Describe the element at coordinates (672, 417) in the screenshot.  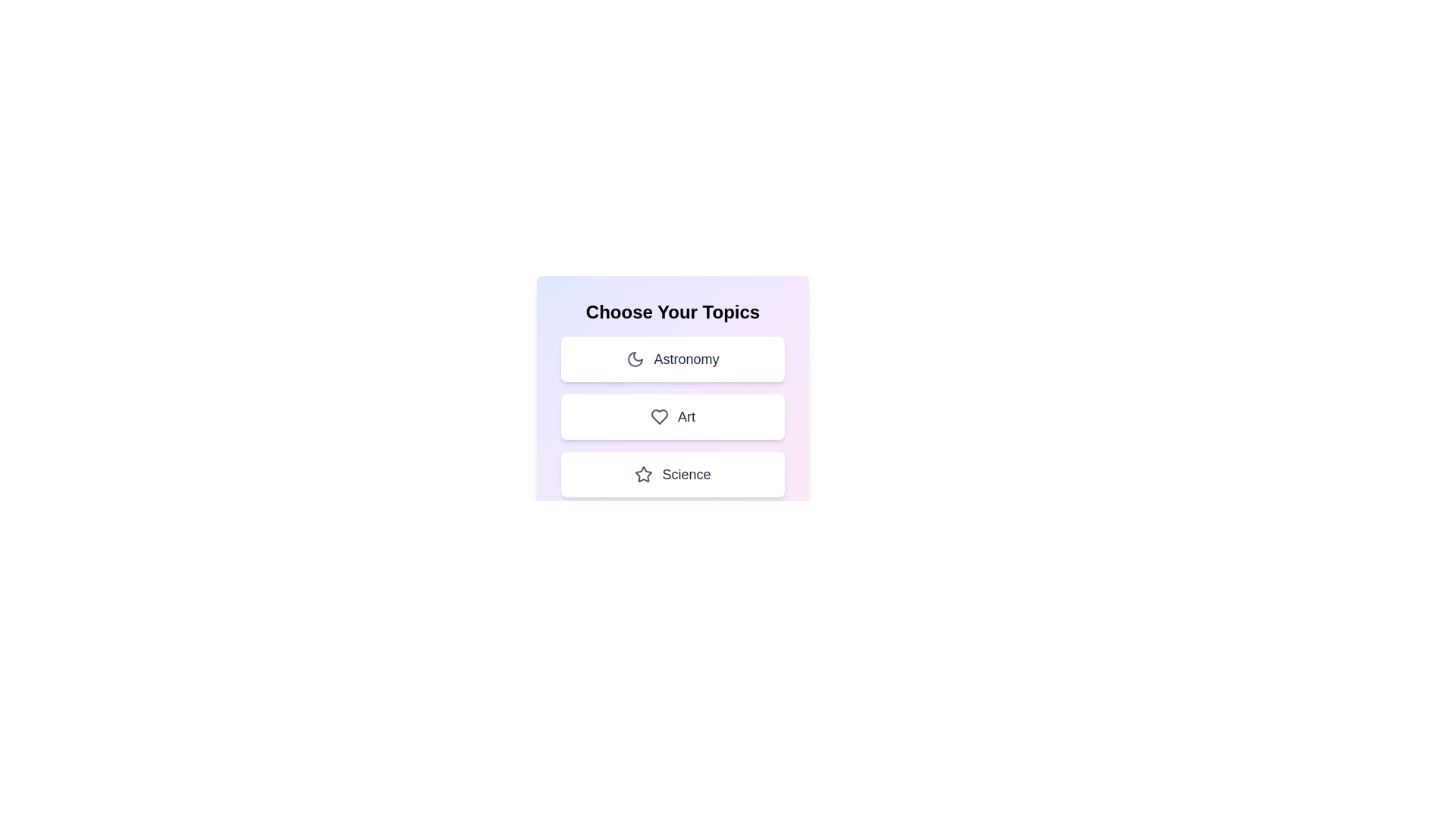
I see `the topic Art by clicking on its corresponding area` at that location.